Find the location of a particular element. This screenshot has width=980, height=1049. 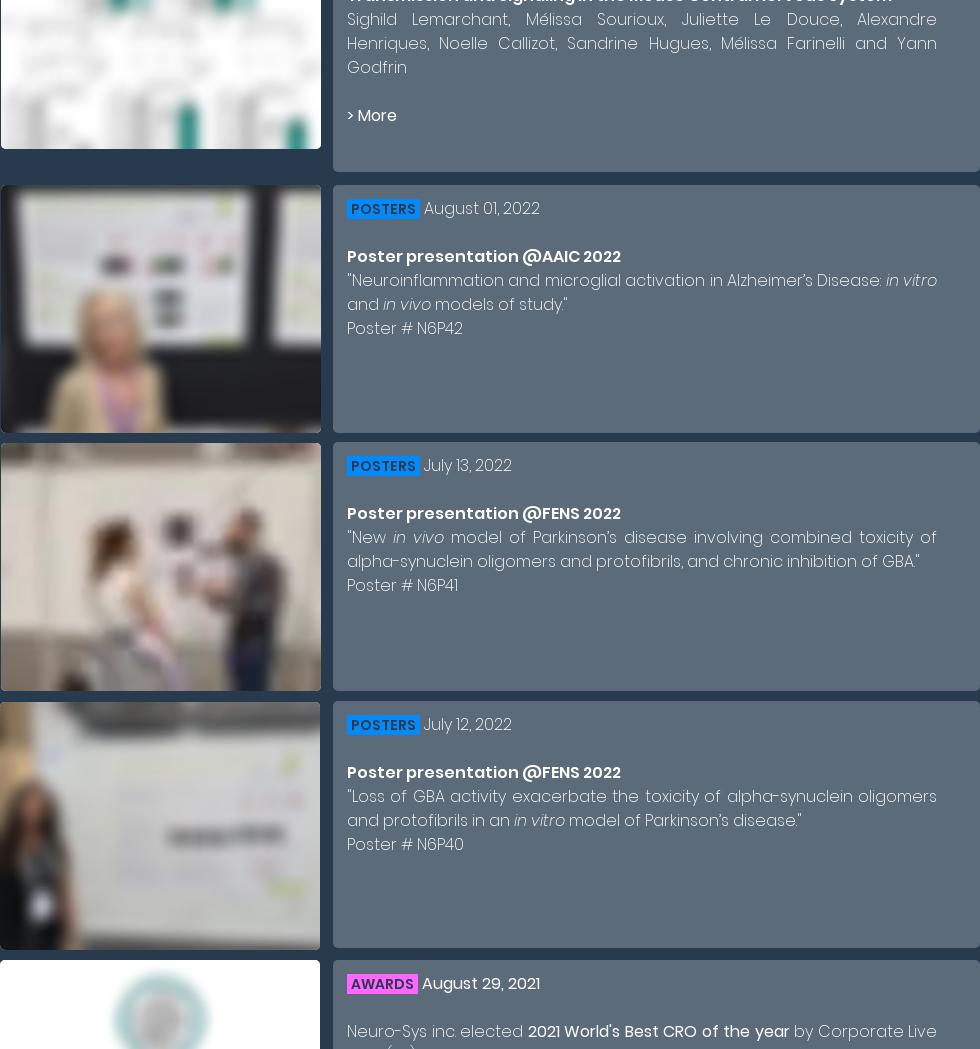

'model of Parkinson’s disease."' is located at coordinates (683, 819).